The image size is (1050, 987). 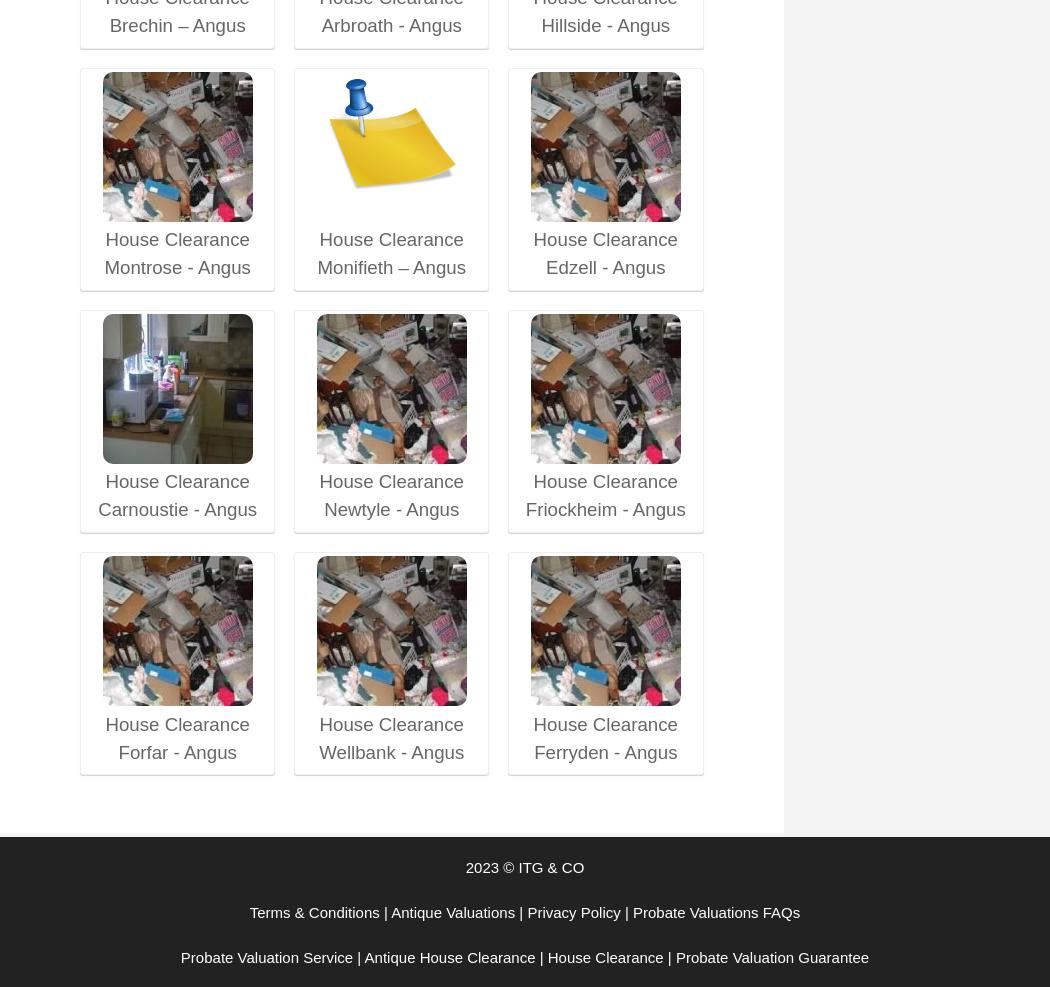 What do you see at coordinates (177, 736) in the screenshot?
I see `'House Clearance Forfar - Angus'` at bounding box center [177, 736].